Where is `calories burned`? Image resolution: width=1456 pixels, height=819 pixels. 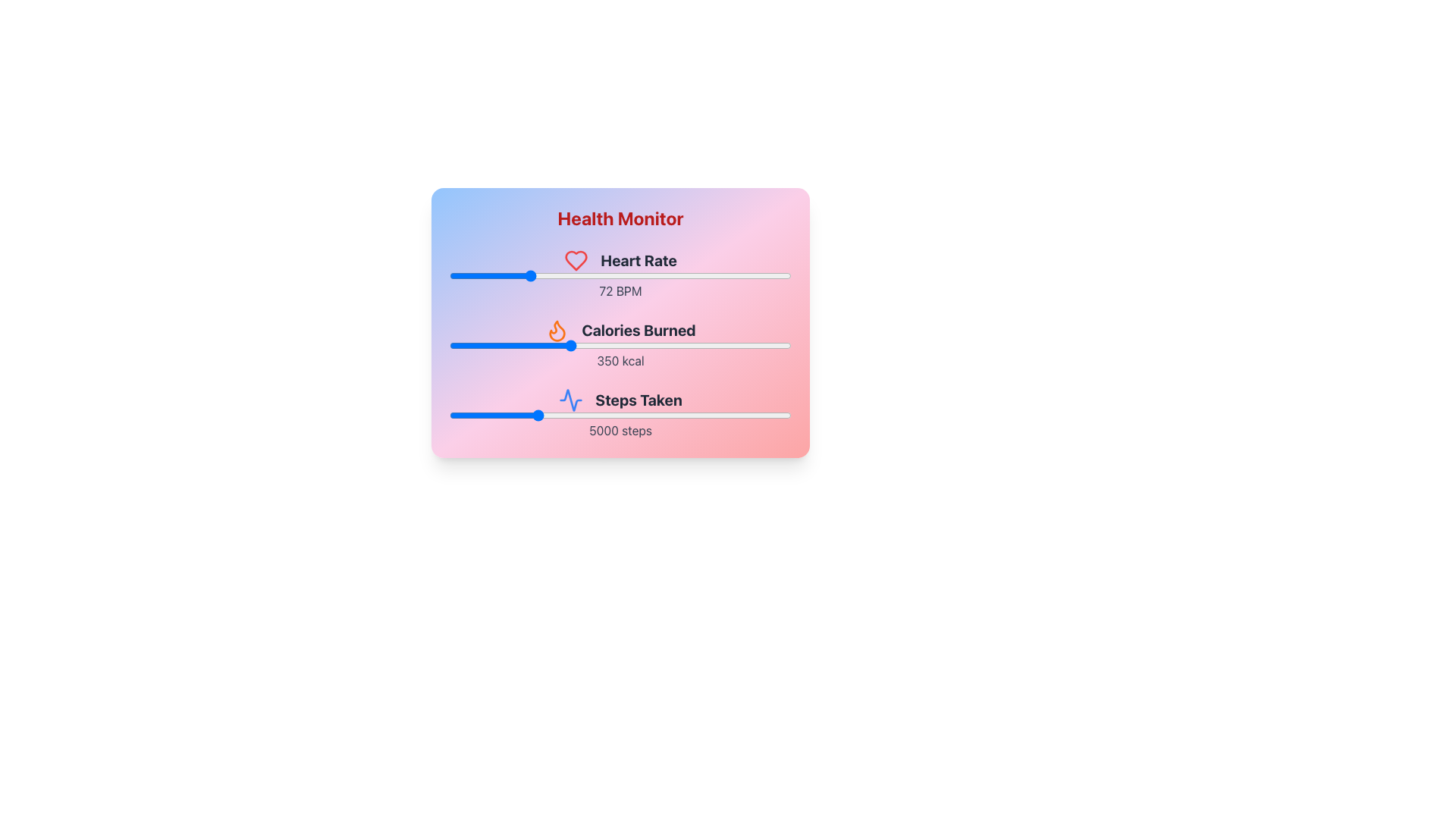 calories burned is located at coordinates (767, 345).